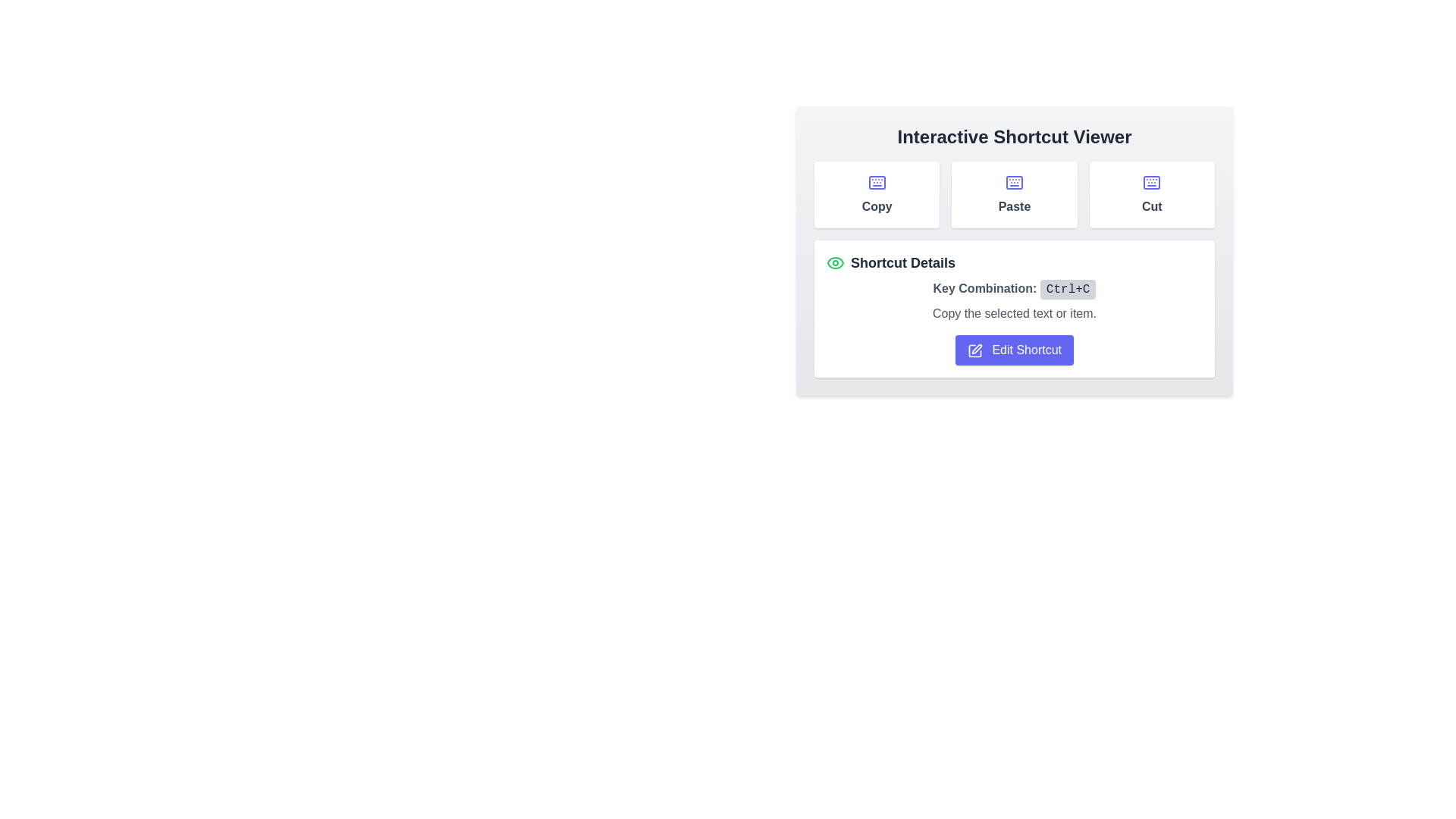 Image resolution: width=1456 pixels, height=819 pixels. Describe the element at coordinates (877, 207) in the screenshot. I see `the 'Copy' text label, which indicates the action performed by the button when activated, located at the leftmost position of a three-option row (Copy, Paste, Cut) at the top section of the interface` at that location.